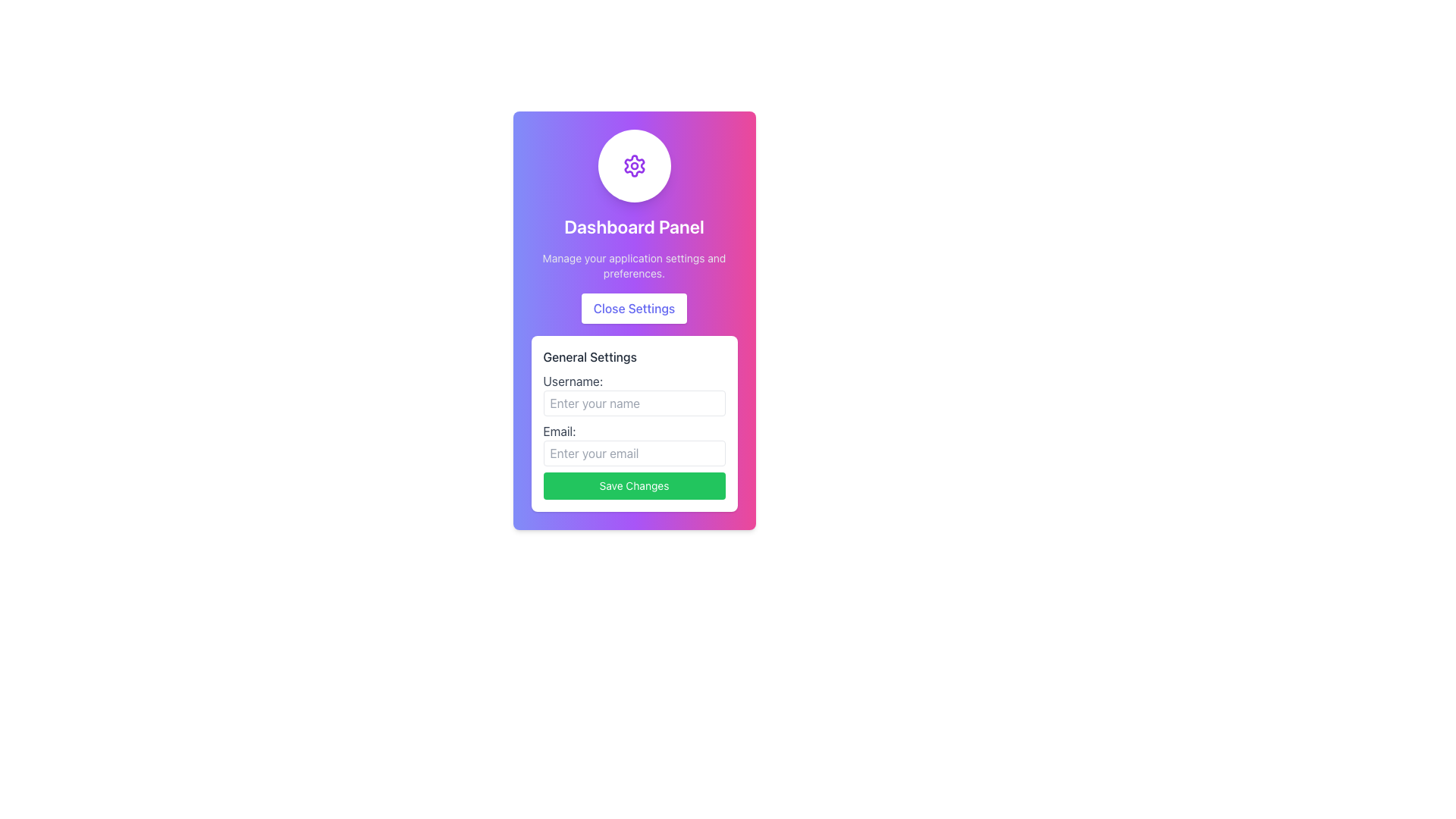  Describe the element at coordinates (634, 444) in the screenshot. I see `the text label displaying 'Email:' in the 'General Settings' section, which is positioned below the 'Username:' label` at that location.